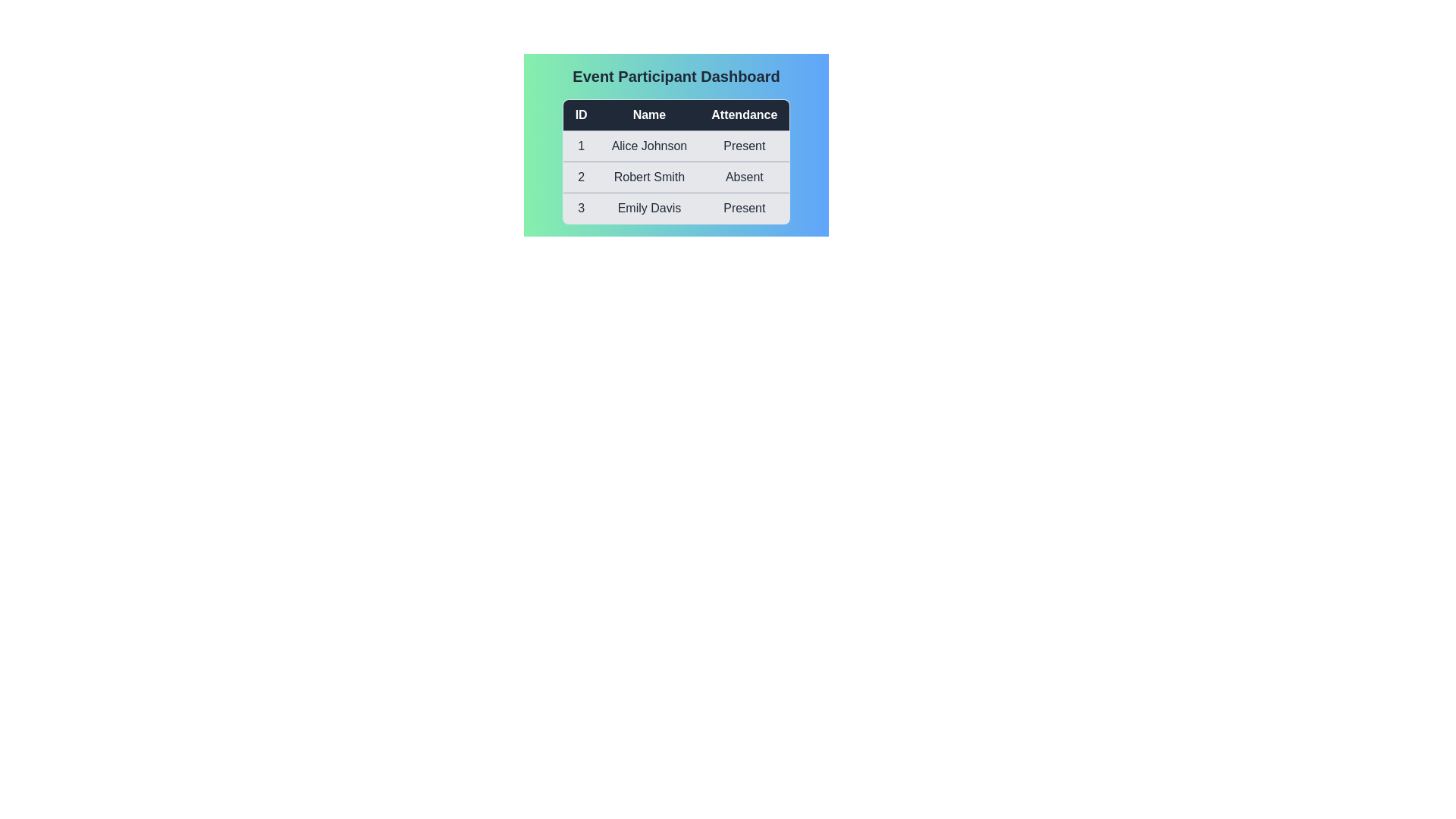 The image size is (1456, 819). Describe the element at coordinates (649, 146) in the screenshot. I see `the text label 'Alice Johnson' located in the second column of the table row with ID '1', which is rendered in bold sans-serif font and has a light gray background` at that location.